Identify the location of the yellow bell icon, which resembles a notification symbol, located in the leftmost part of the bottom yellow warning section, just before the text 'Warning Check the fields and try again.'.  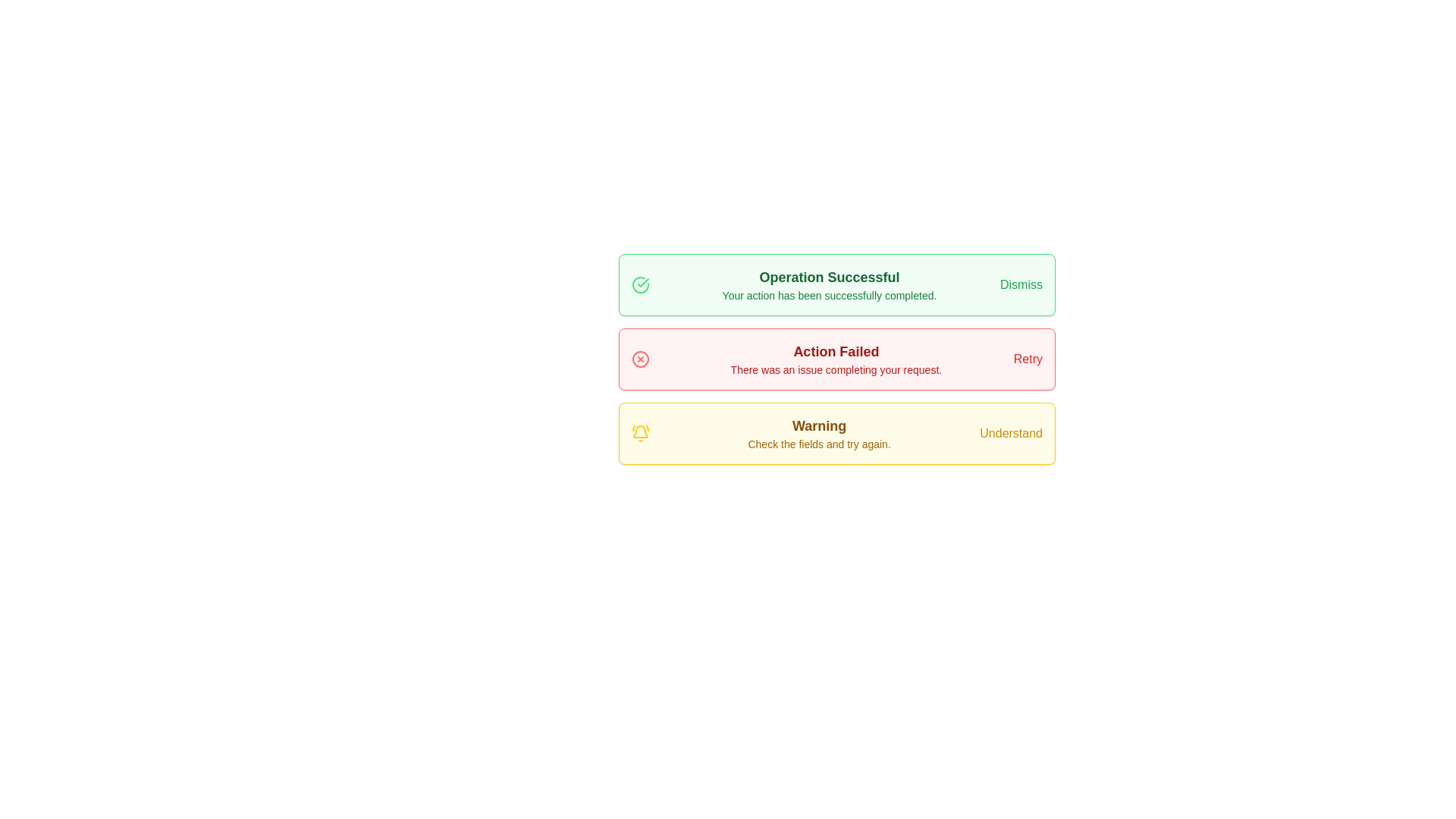
(640, 433).